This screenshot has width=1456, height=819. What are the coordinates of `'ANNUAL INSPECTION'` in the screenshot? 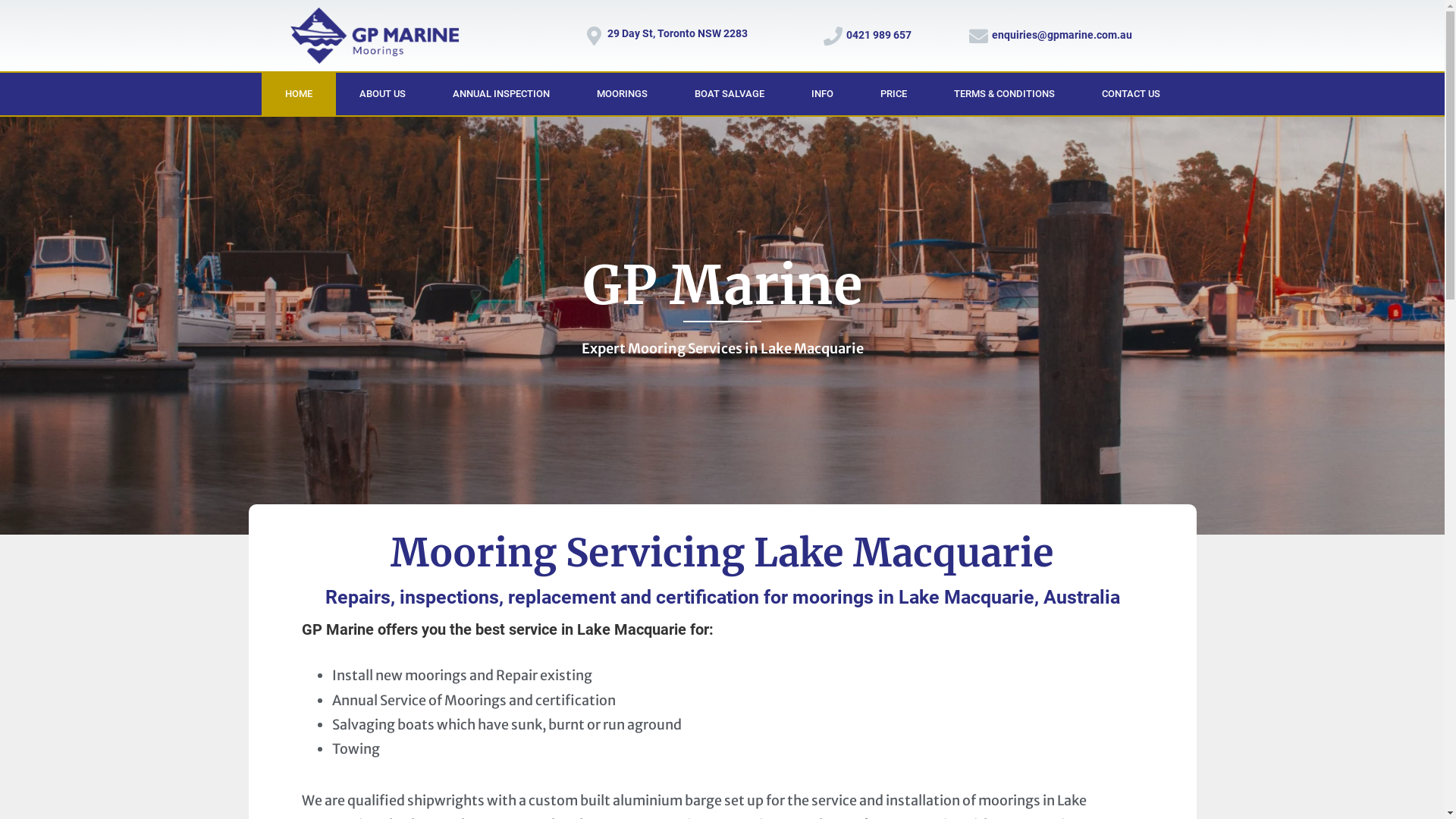 It's located at (501, 93).